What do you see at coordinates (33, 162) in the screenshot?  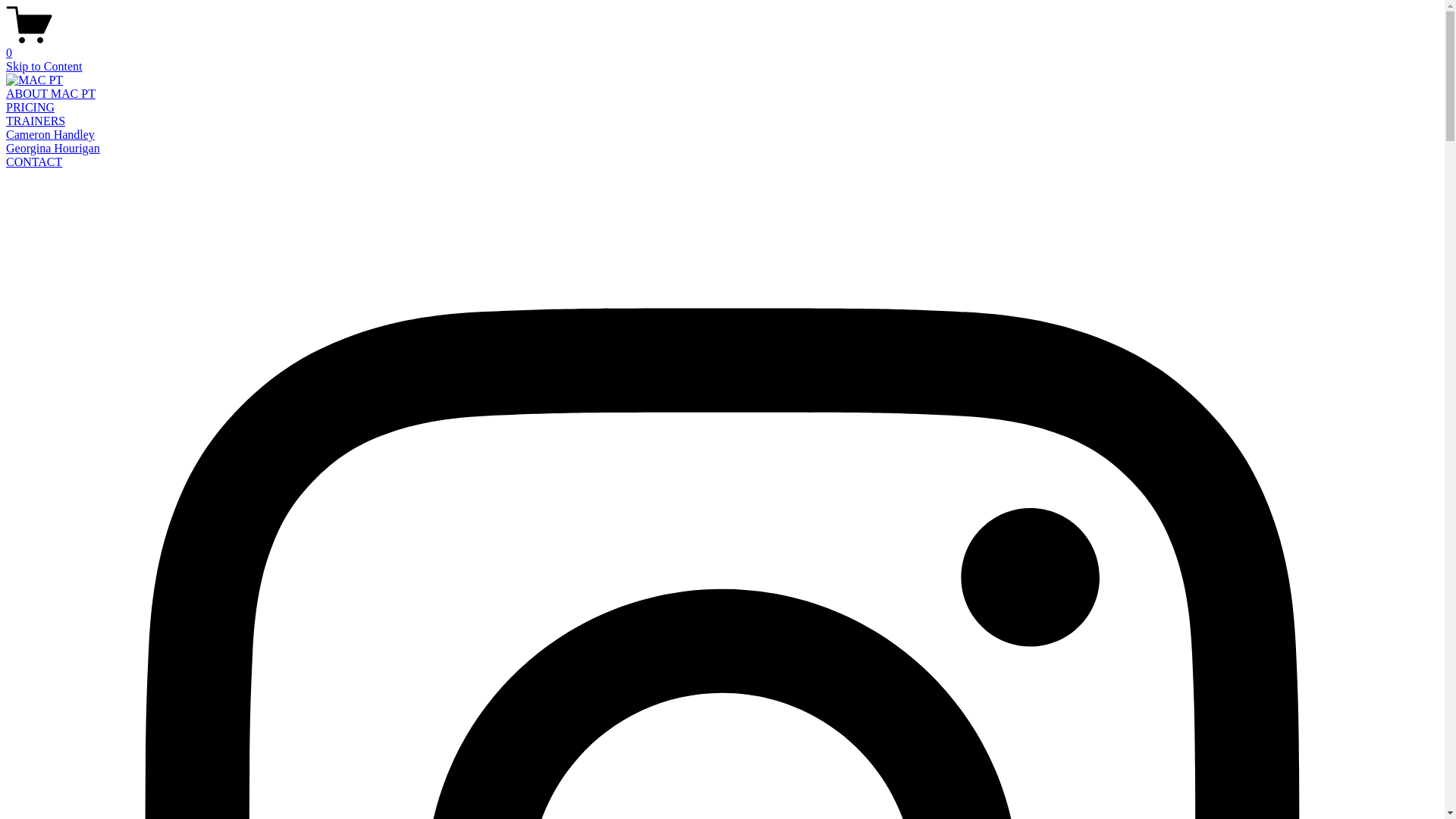 I see `'CONTACT'` at bounding box center [33, 162].